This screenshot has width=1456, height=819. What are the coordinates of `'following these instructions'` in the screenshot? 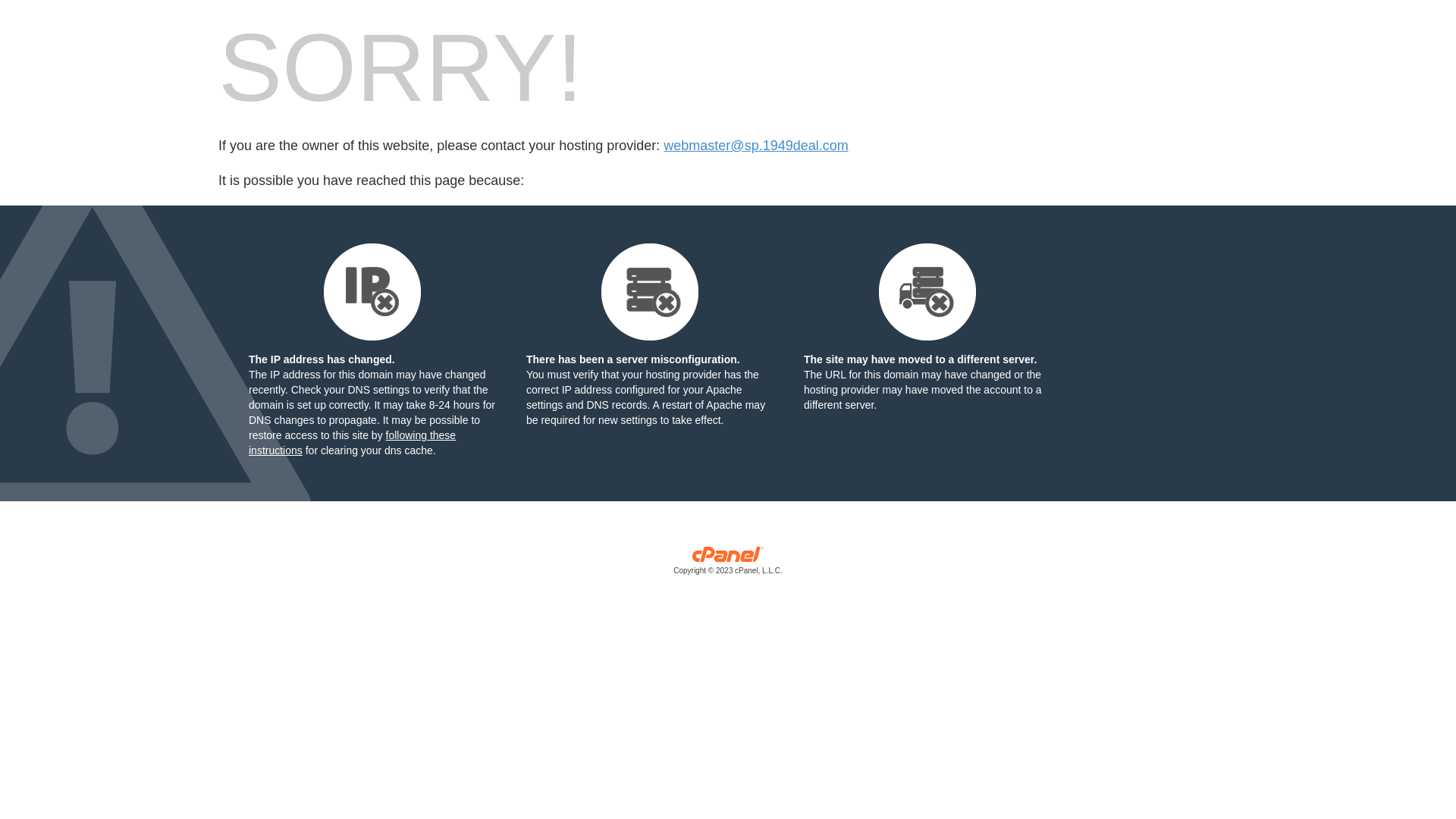 It's located at (351, 442).